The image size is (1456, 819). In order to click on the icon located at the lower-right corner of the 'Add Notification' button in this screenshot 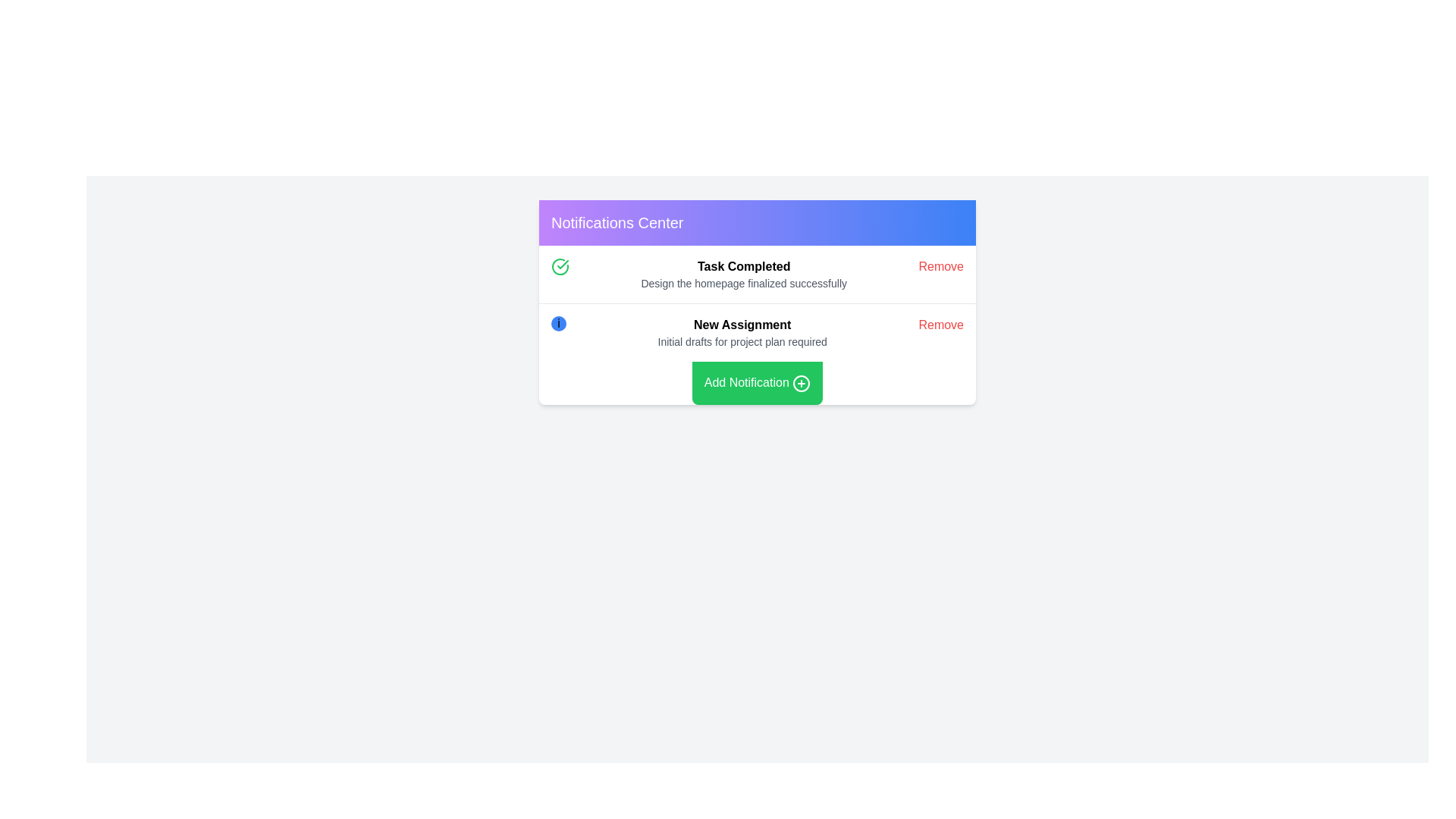, I will do `click(801, 382)`.